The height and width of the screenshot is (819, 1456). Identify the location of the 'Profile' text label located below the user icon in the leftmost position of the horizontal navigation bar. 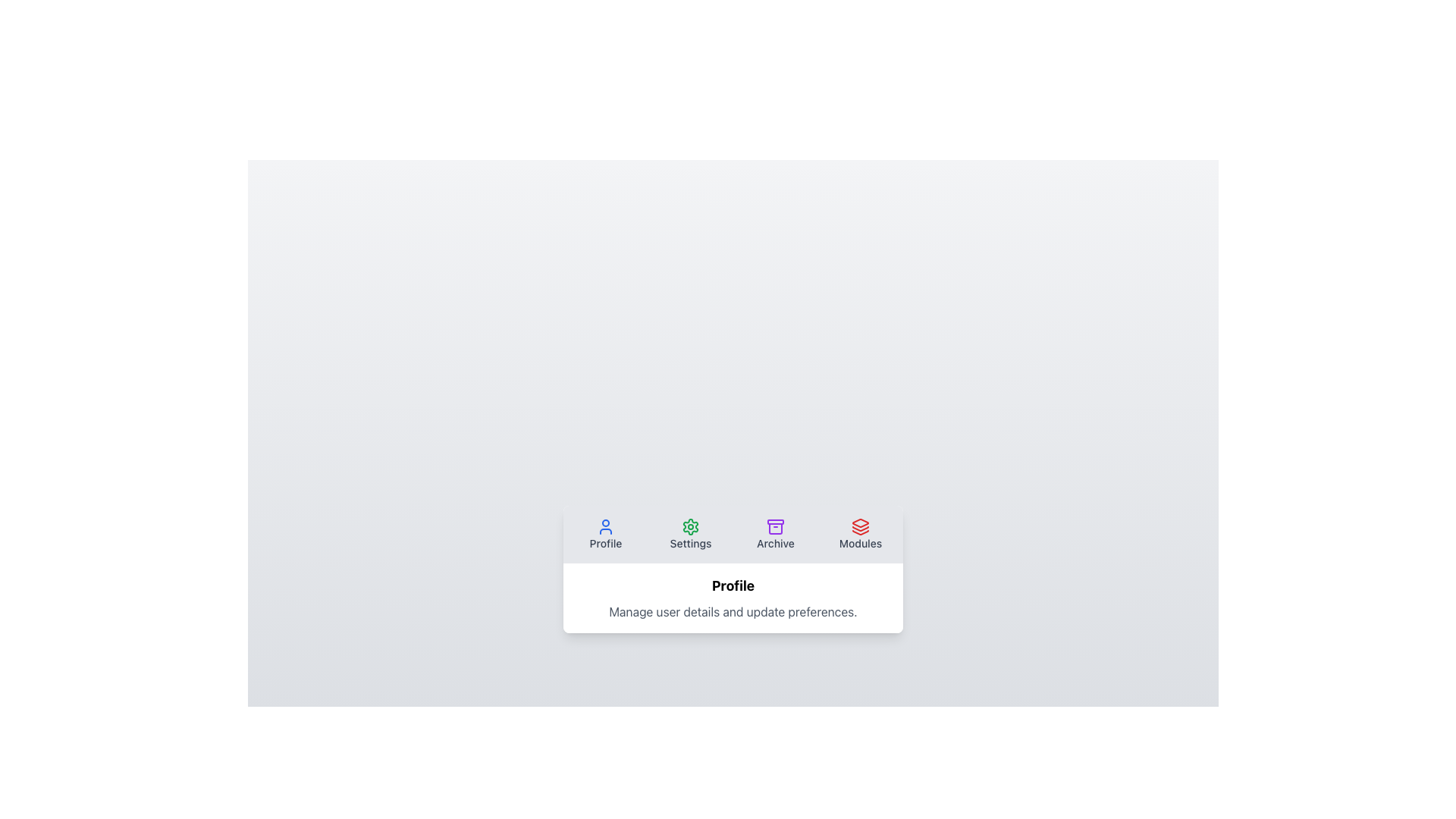
(604, 543).